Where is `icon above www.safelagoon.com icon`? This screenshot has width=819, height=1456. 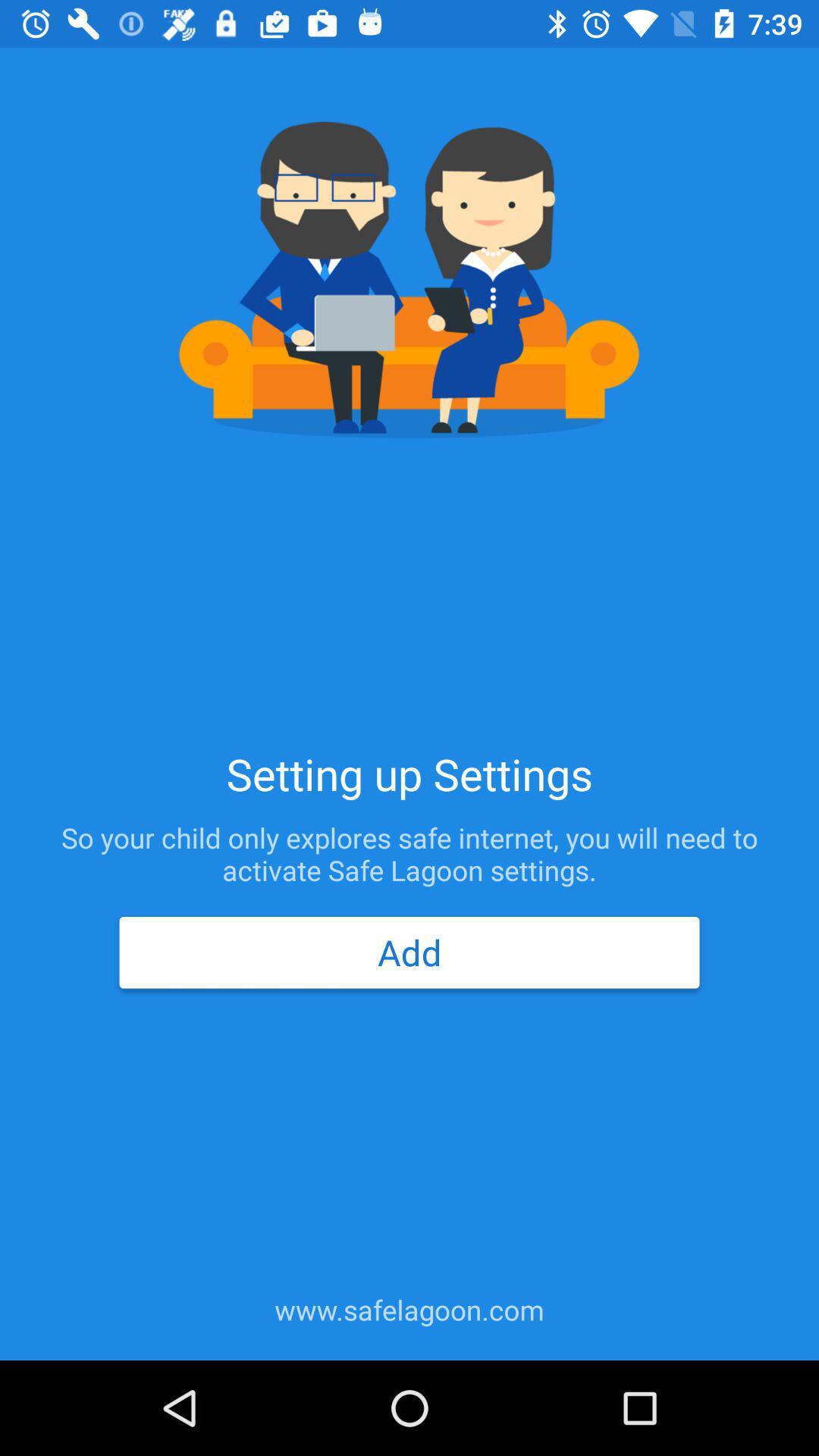 icon above www.safelagoon.com icon is located at coordinates (409, 952).